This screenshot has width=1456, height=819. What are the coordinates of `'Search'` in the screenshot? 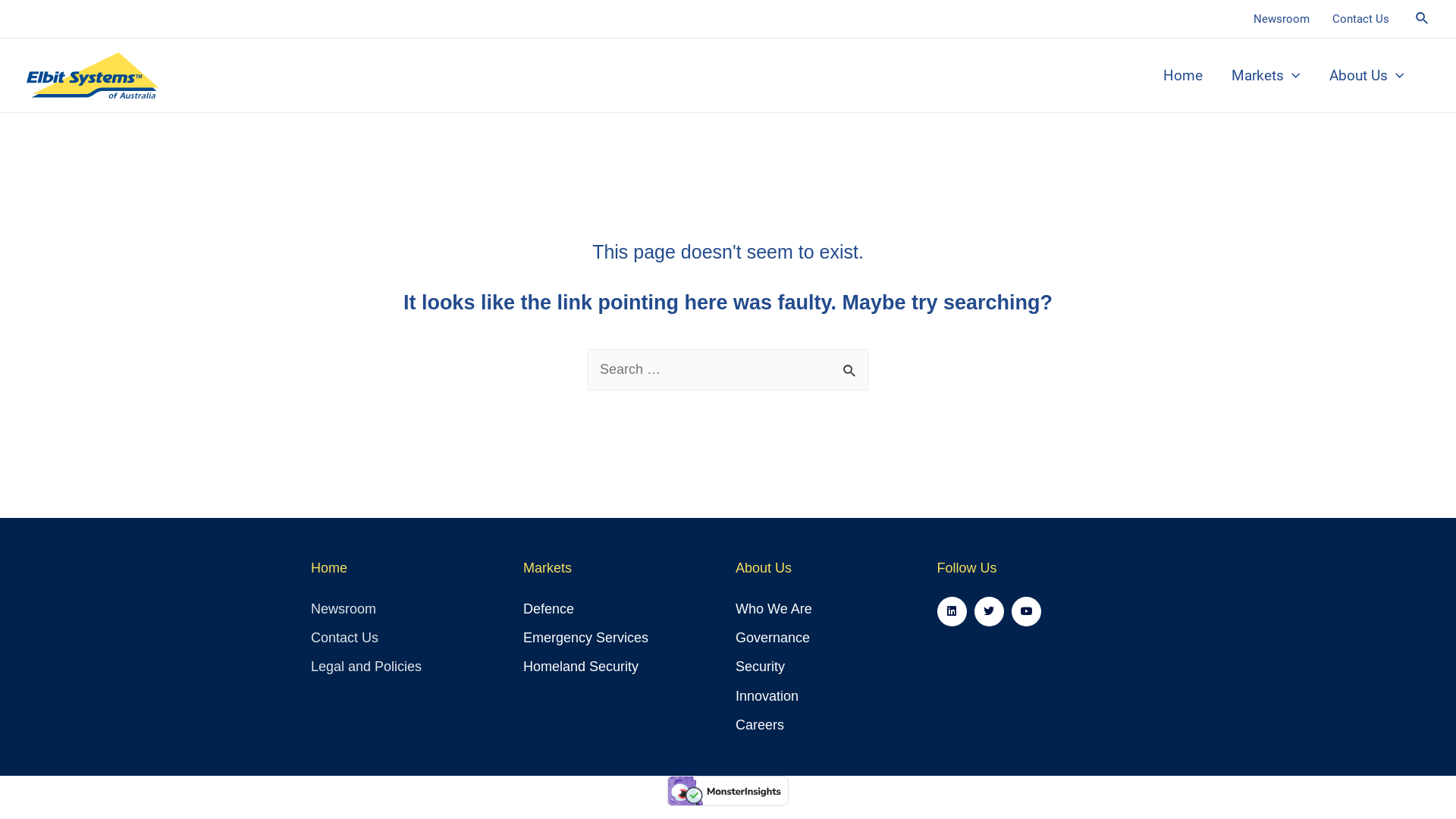 It's located at (833, 366).